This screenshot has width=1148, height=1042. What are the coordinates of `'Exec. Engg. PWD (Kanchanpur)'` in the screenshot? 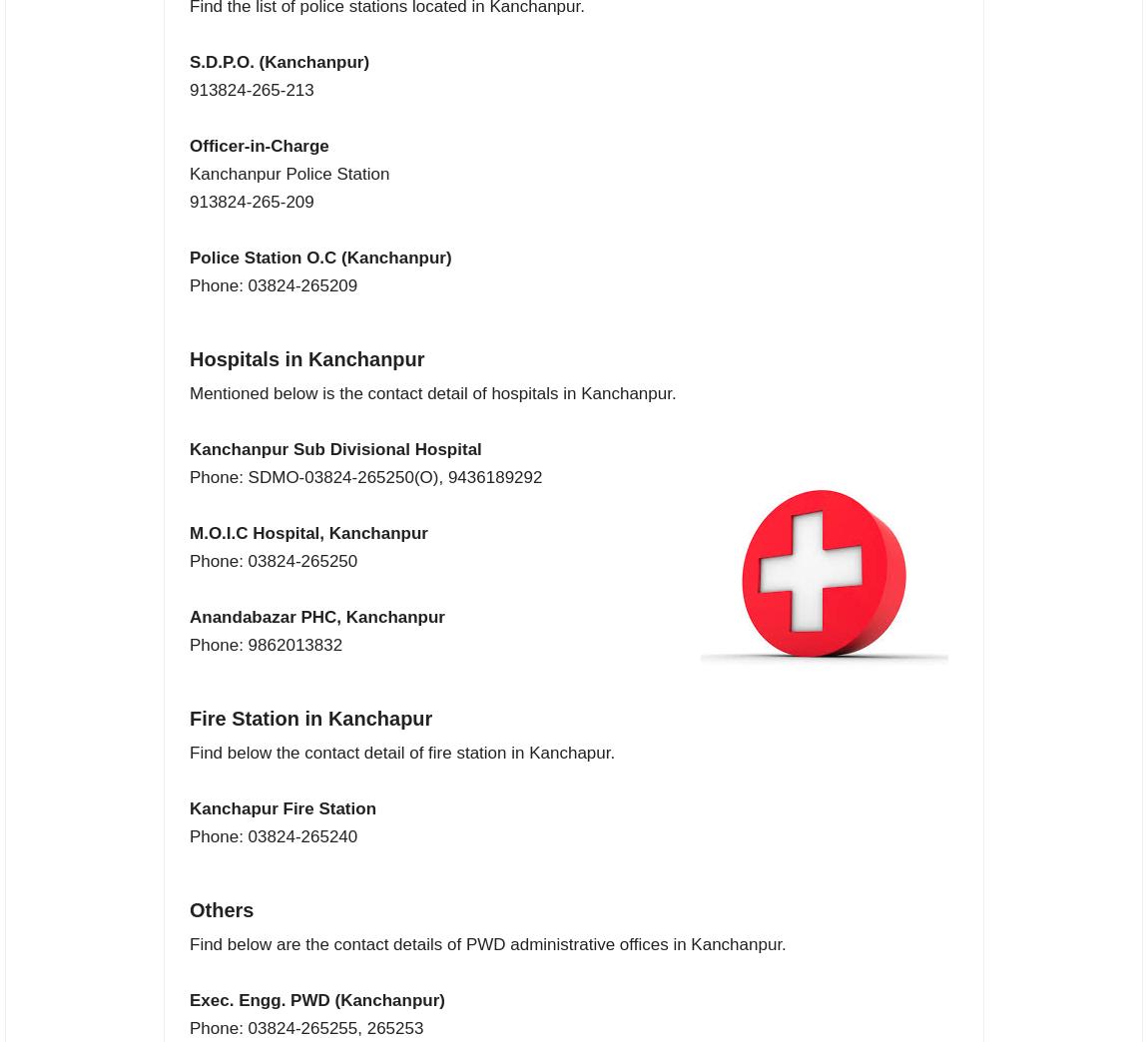 It's located at (316, 1000).